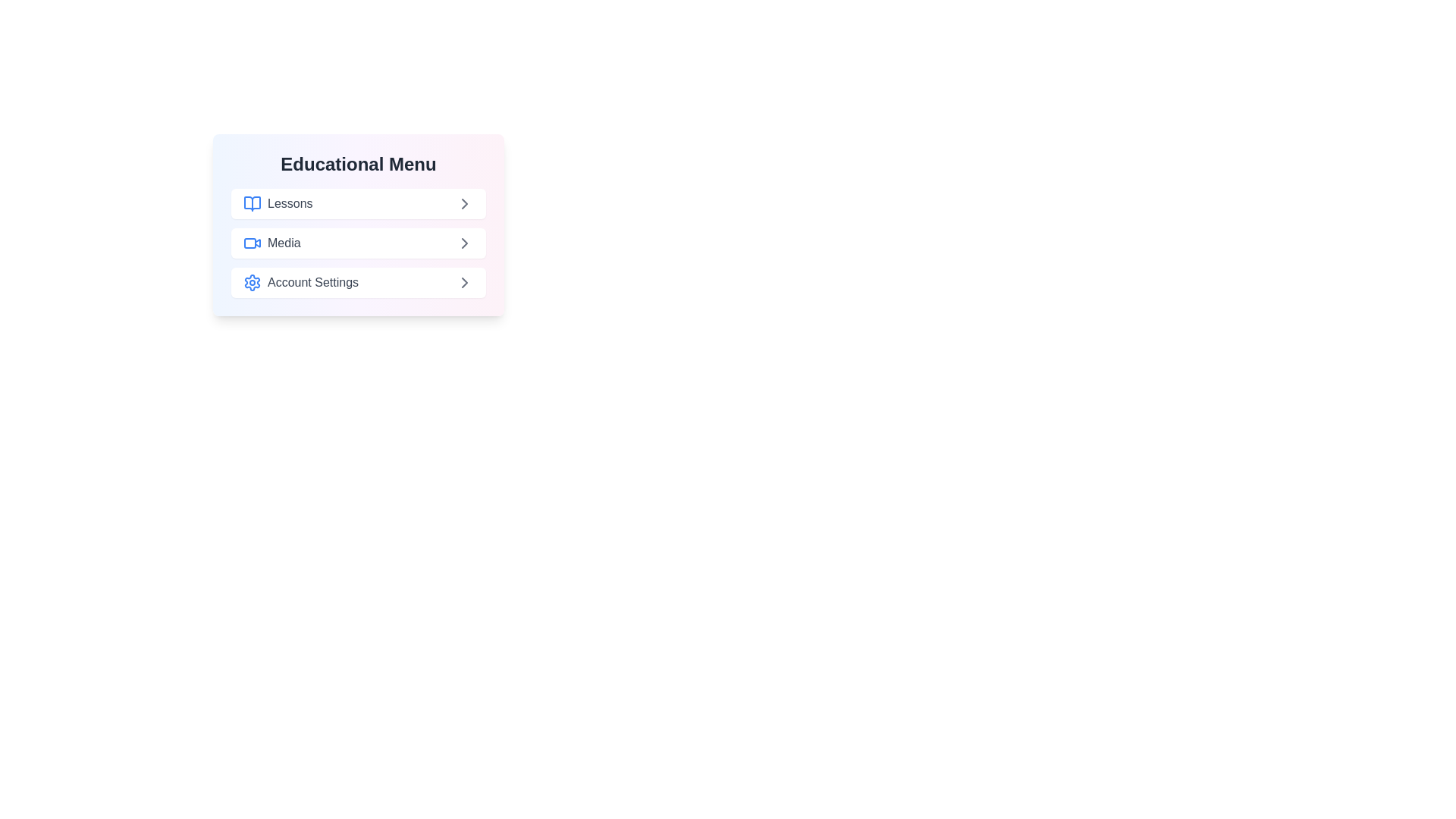 The height and width of the screenshot is (819, 1456). Describe the element at coordinates (358, 225) in the screenshot. I see `the navigation menu located in the center-left area of the interface` at that location.